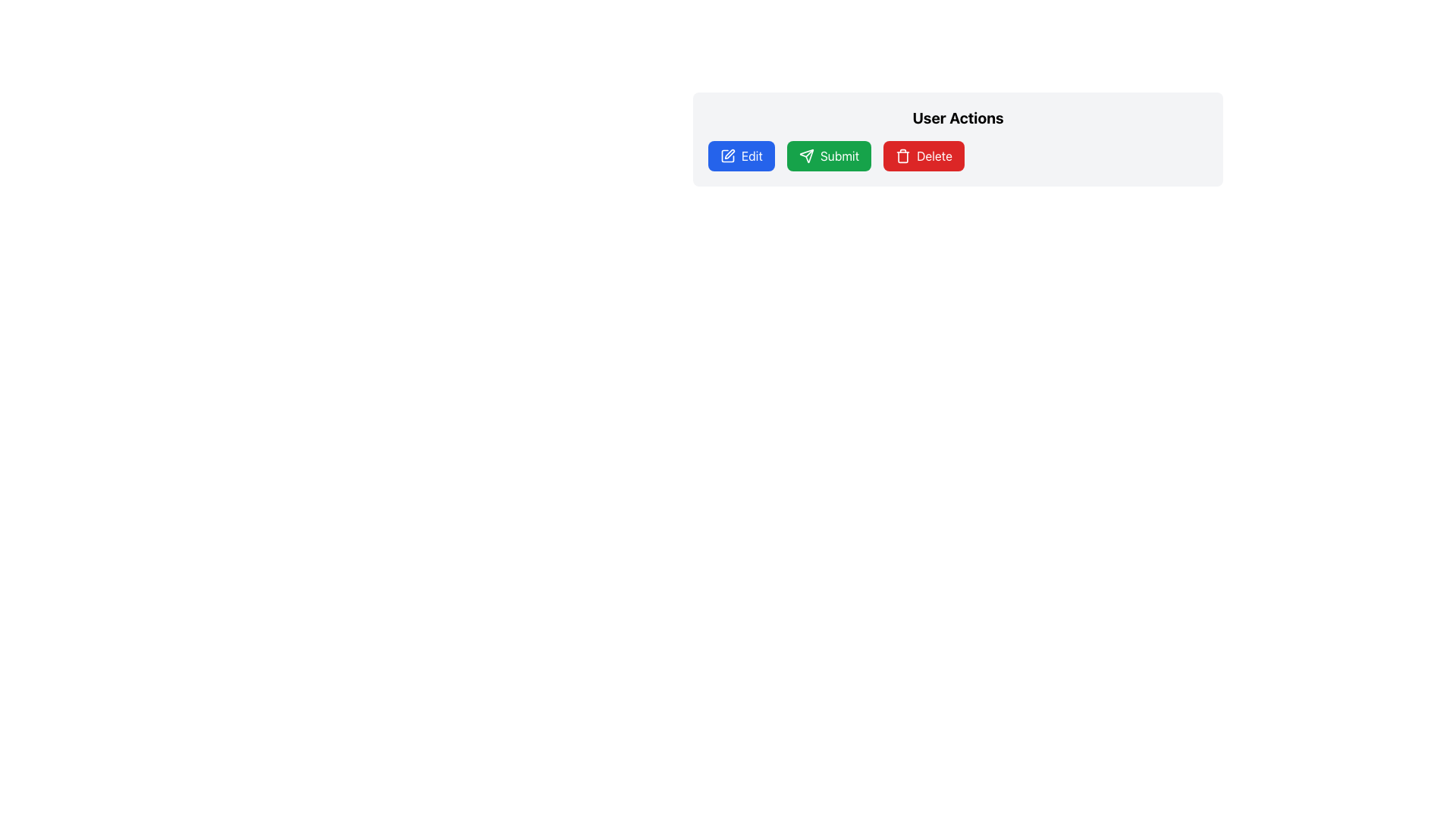 The width and height of the screenshot is (1456, 819). I want to click on the text label located centrally within the blue button on the leftmost side of a row of three buttons, situated below the label 'User Actions.', so click(752, 155).